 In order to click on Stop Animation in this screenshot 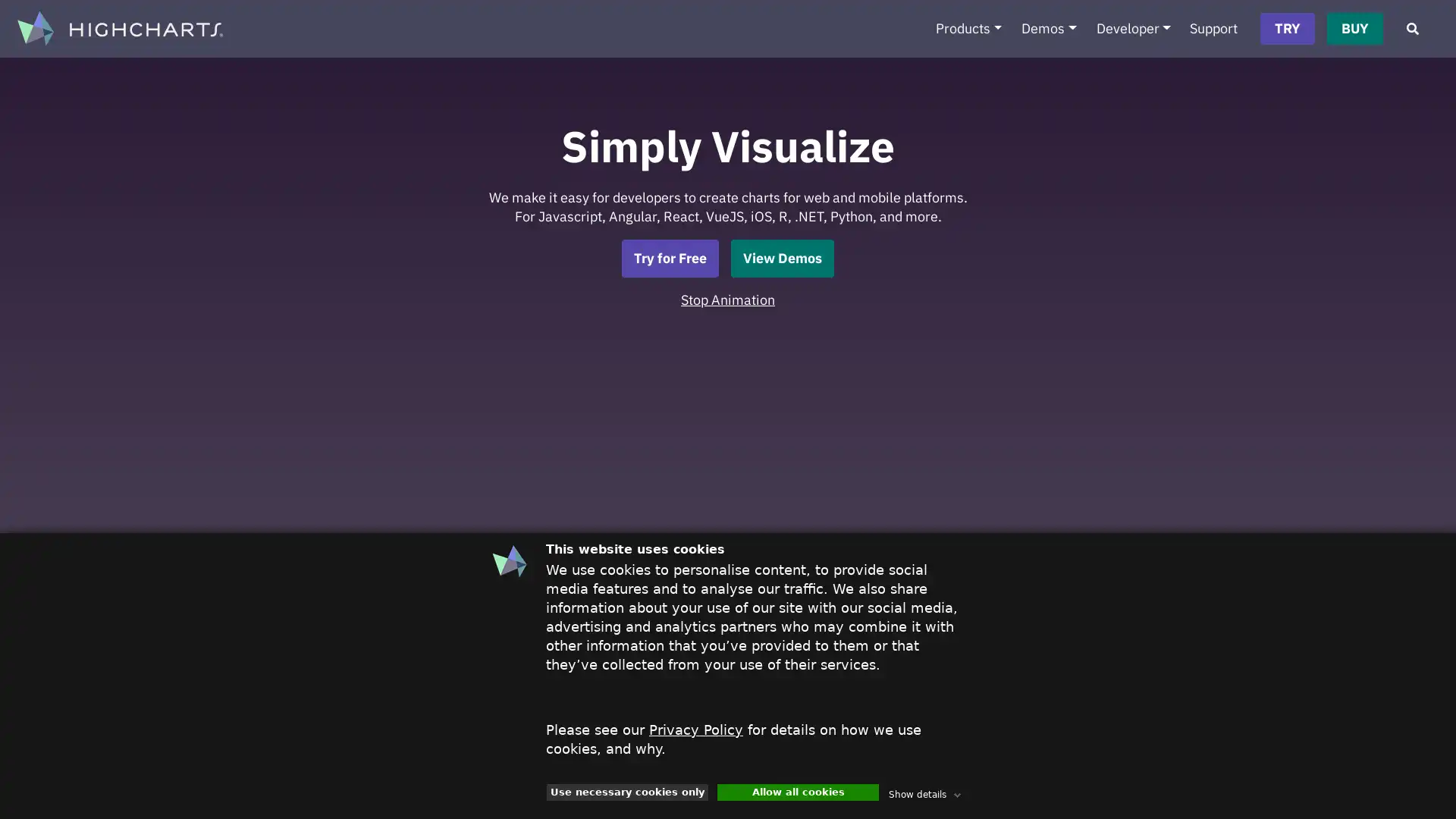, I will do `click(728, 299)`.